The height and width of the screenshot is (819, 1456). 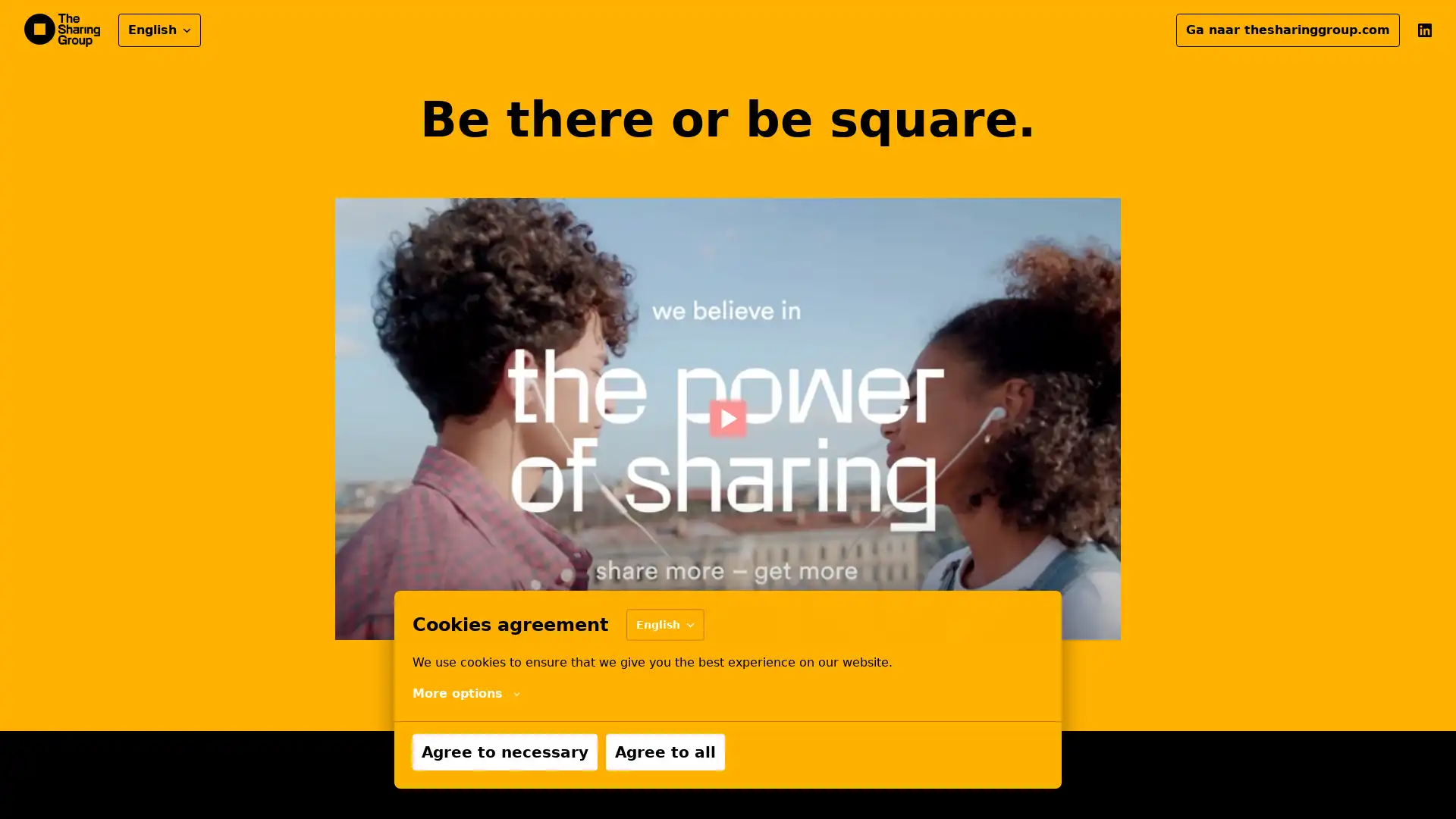 I want to click on Agree to all, so click(x=665, y=752).